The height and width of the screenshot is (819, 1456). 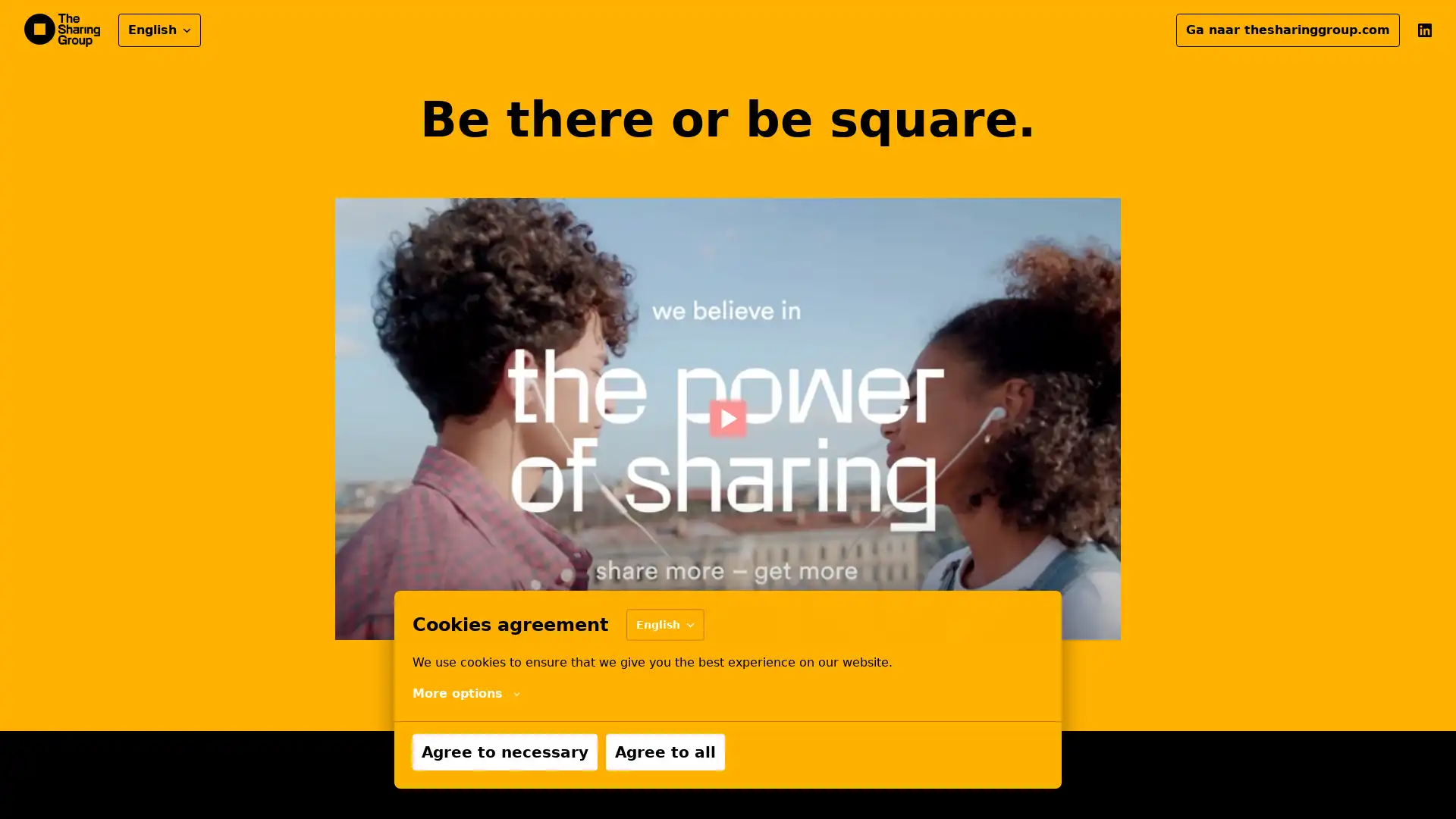 I want to click on Agree to all, so click(x=665, y=752).